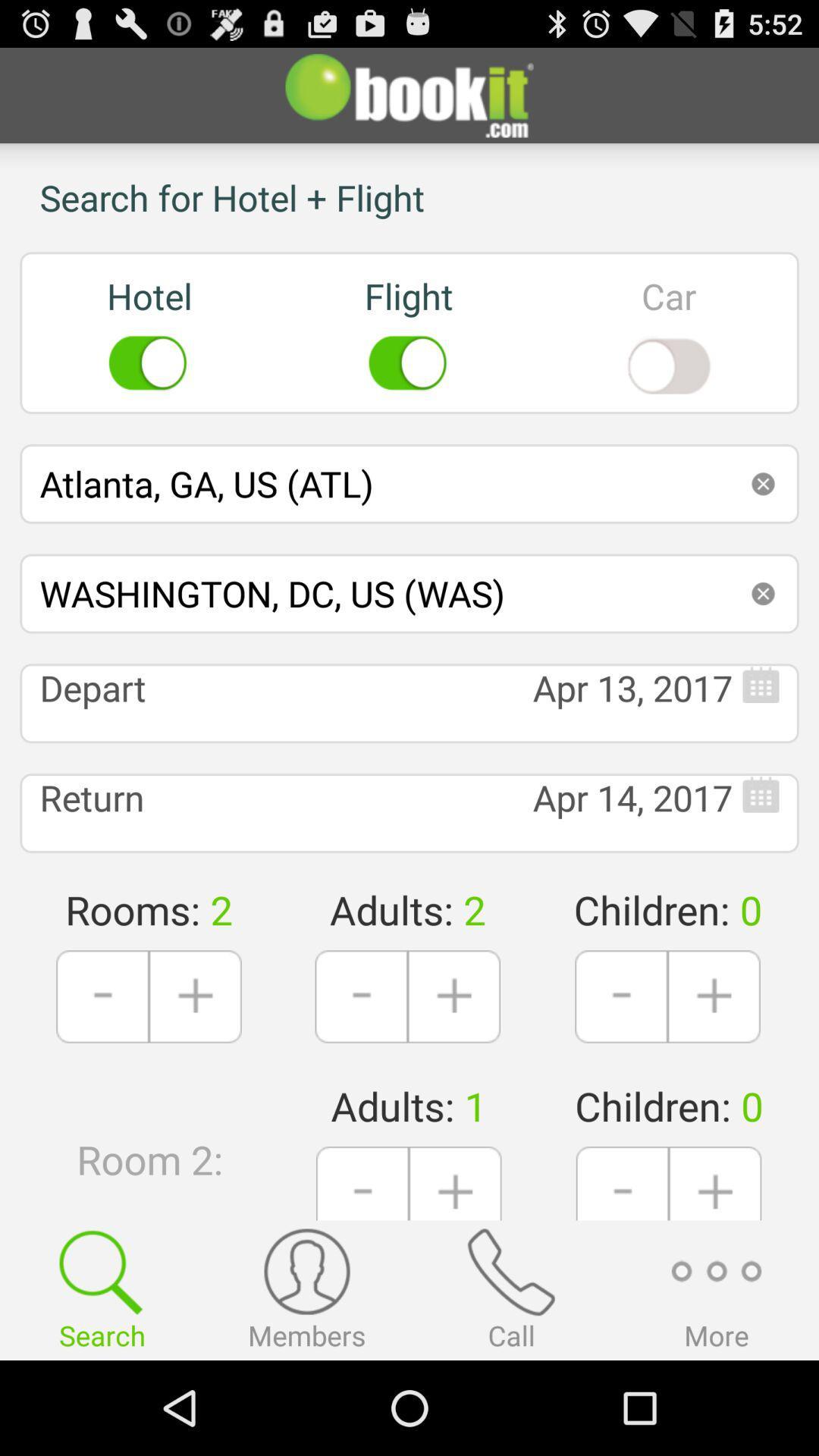 This screenshot has height=1456, width=819. I want to click on the add icon, so click(453, 1065).